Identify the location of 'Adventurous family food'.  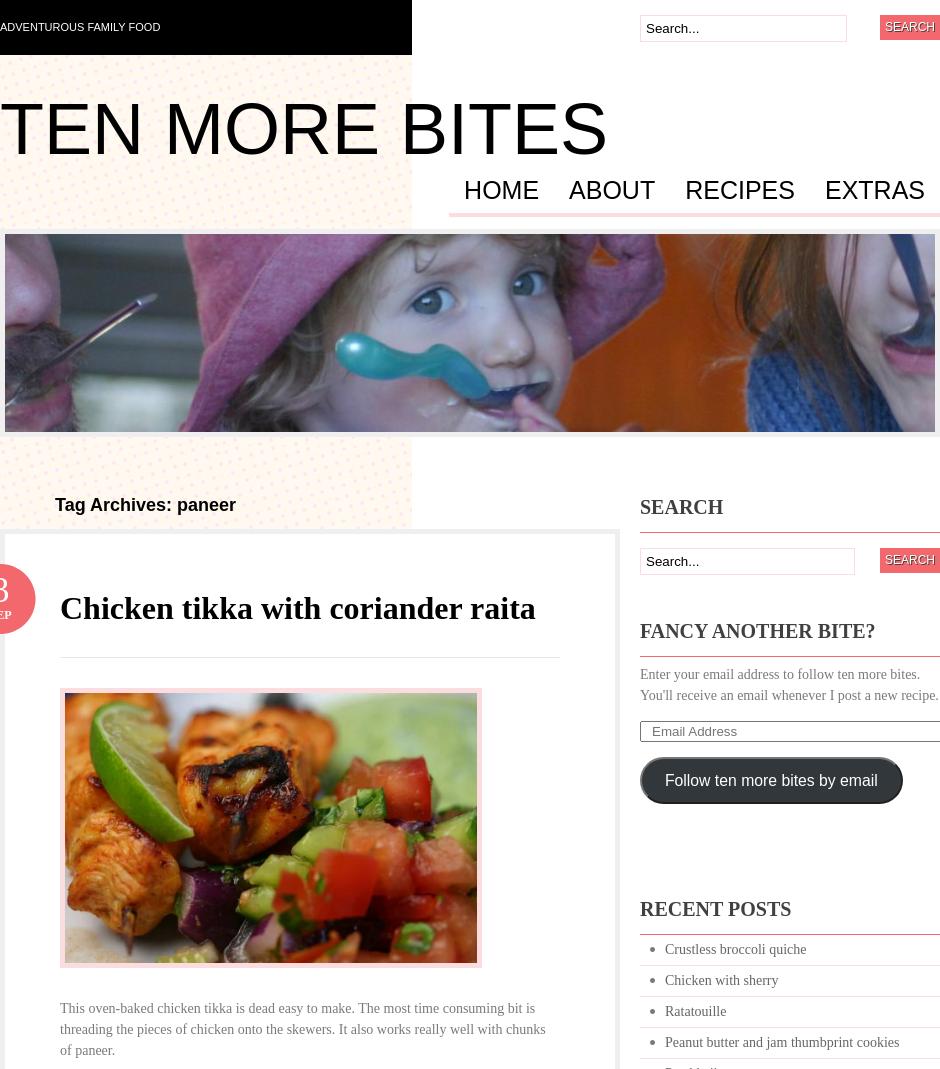
(79, 26).